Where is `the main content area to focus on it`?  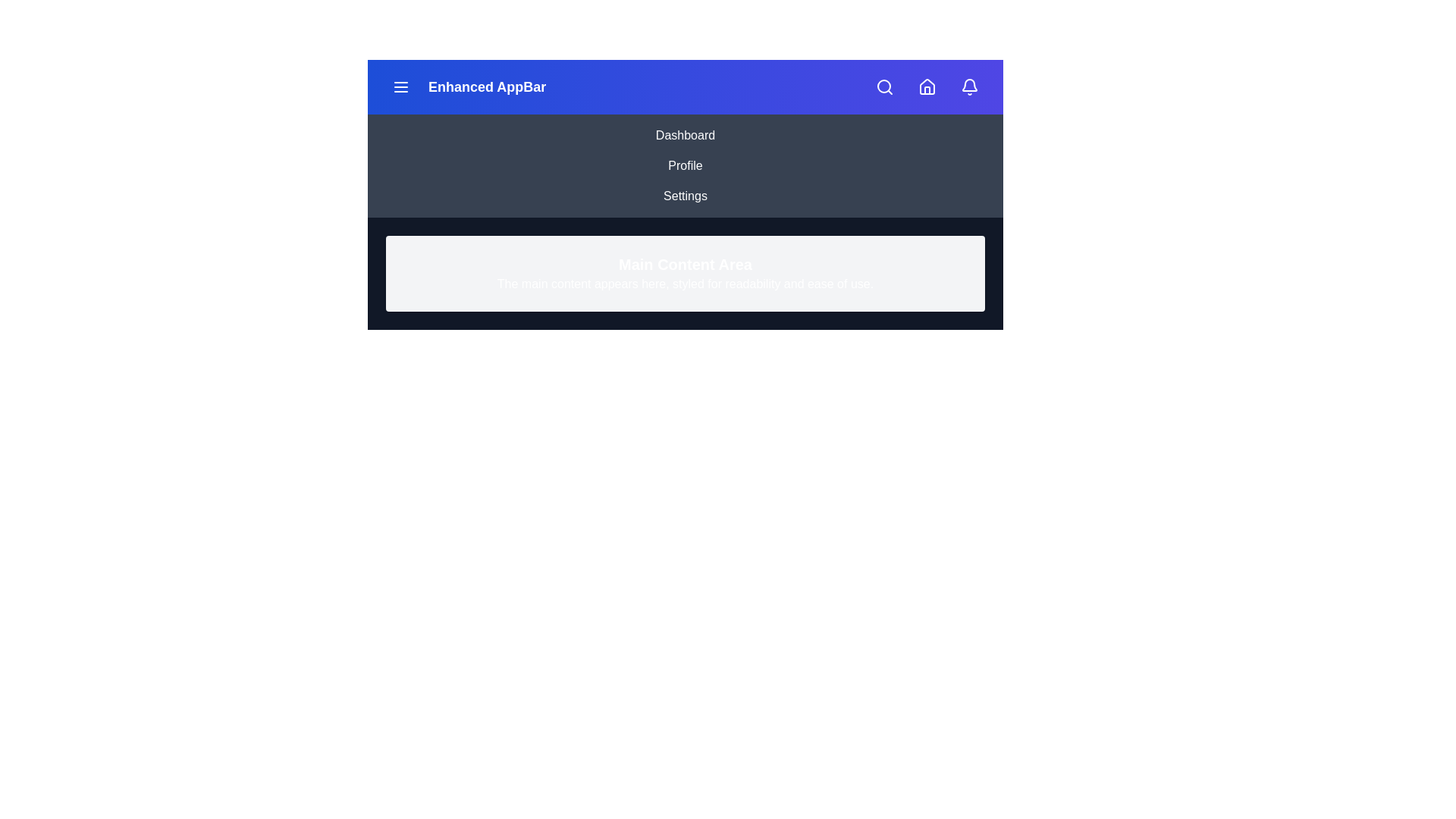 the main content area to focus on it is located at coordinates (684, 274).